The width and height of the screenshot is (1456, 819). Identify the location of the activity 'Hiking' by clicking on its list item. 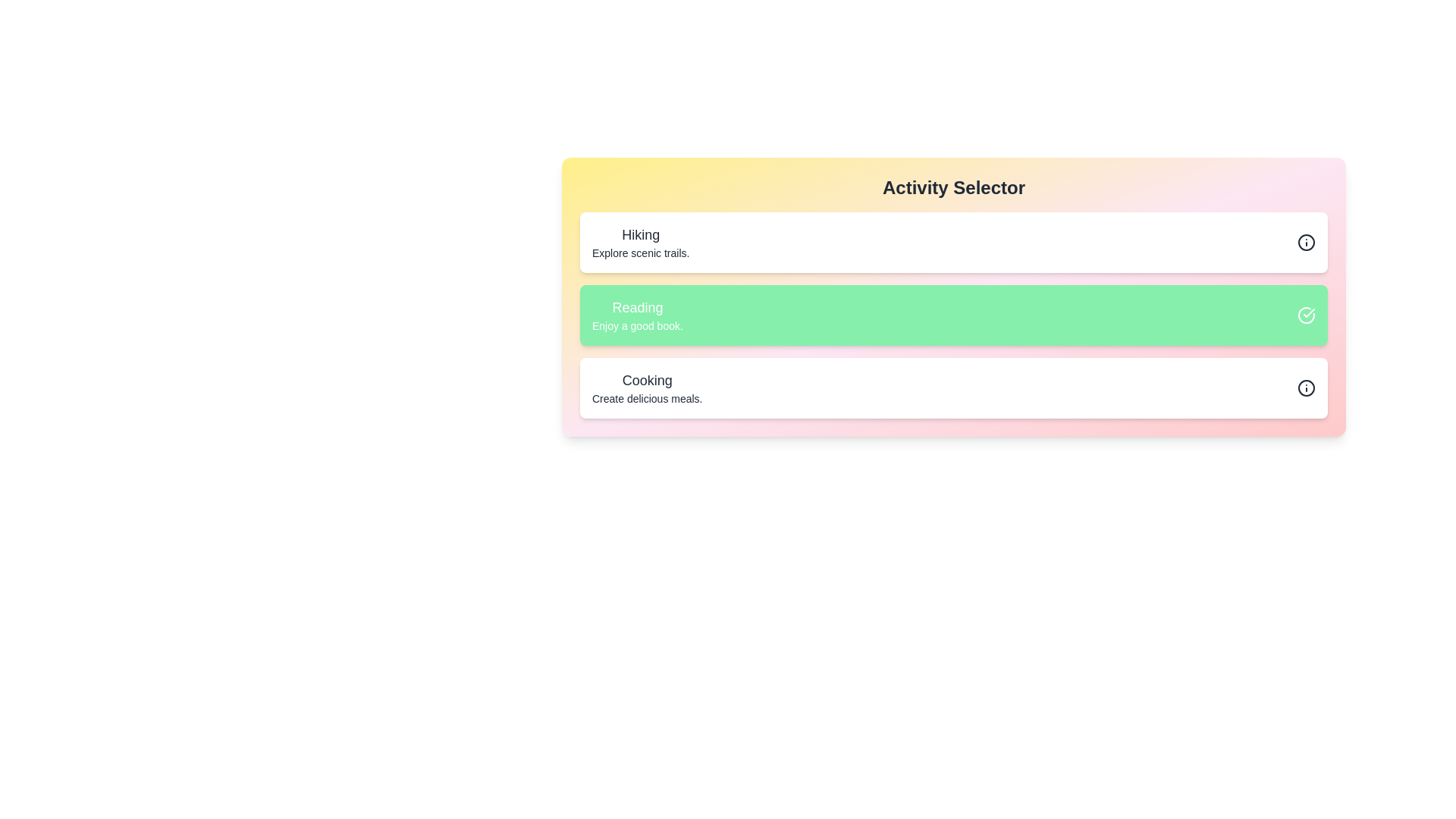
(640, 242).